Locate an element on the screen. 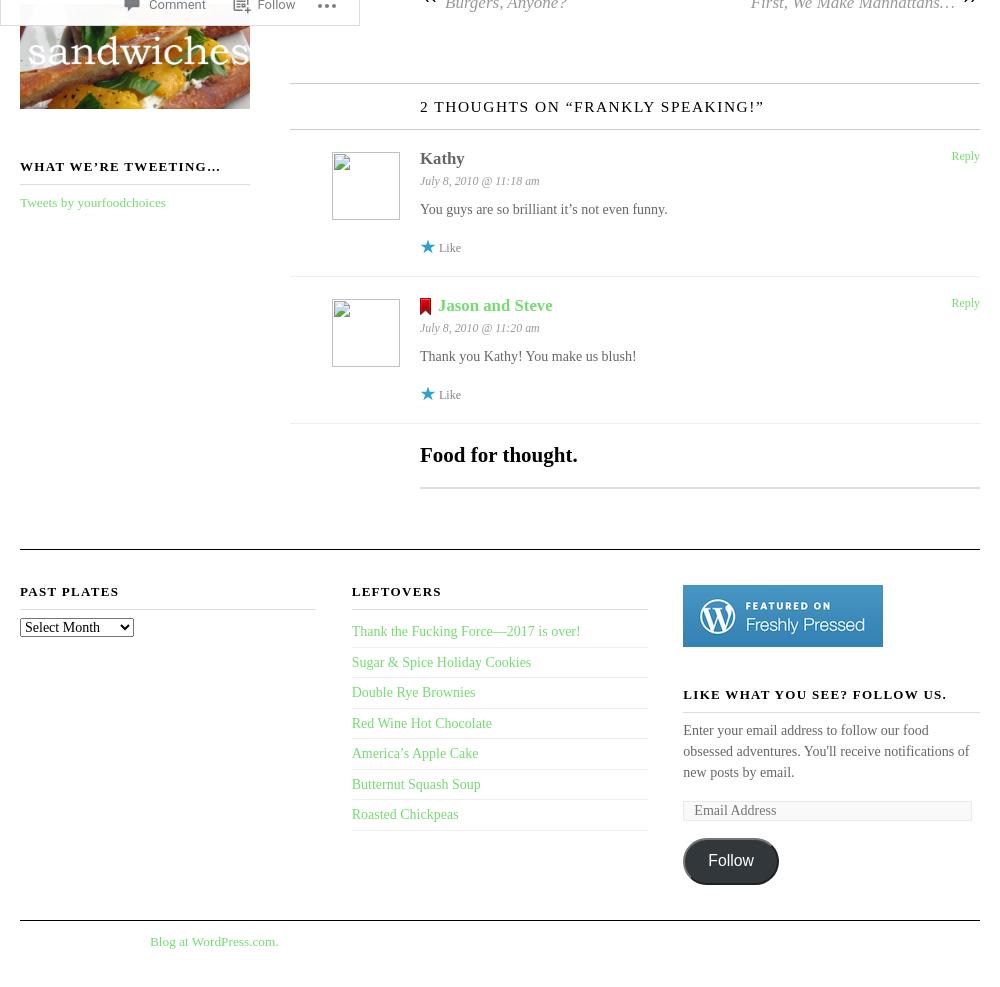 The image size is (1000, 987). 'Thank the Fucking Force—2017 is over!' is located at coordinates (350, 629).